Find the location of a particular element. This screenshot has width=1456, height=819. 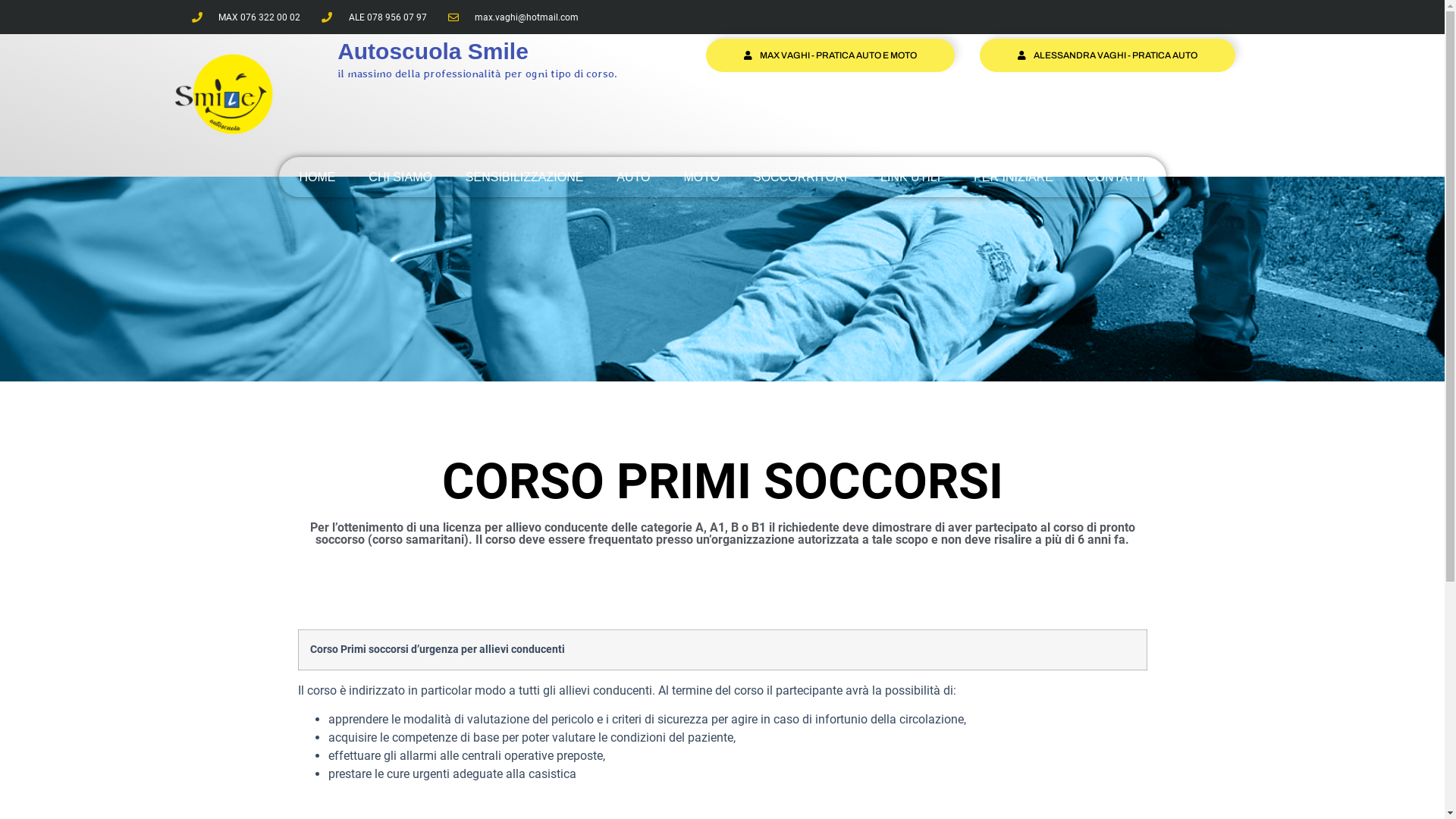

'LINK UTILI' is located at coordinates (910, 177).